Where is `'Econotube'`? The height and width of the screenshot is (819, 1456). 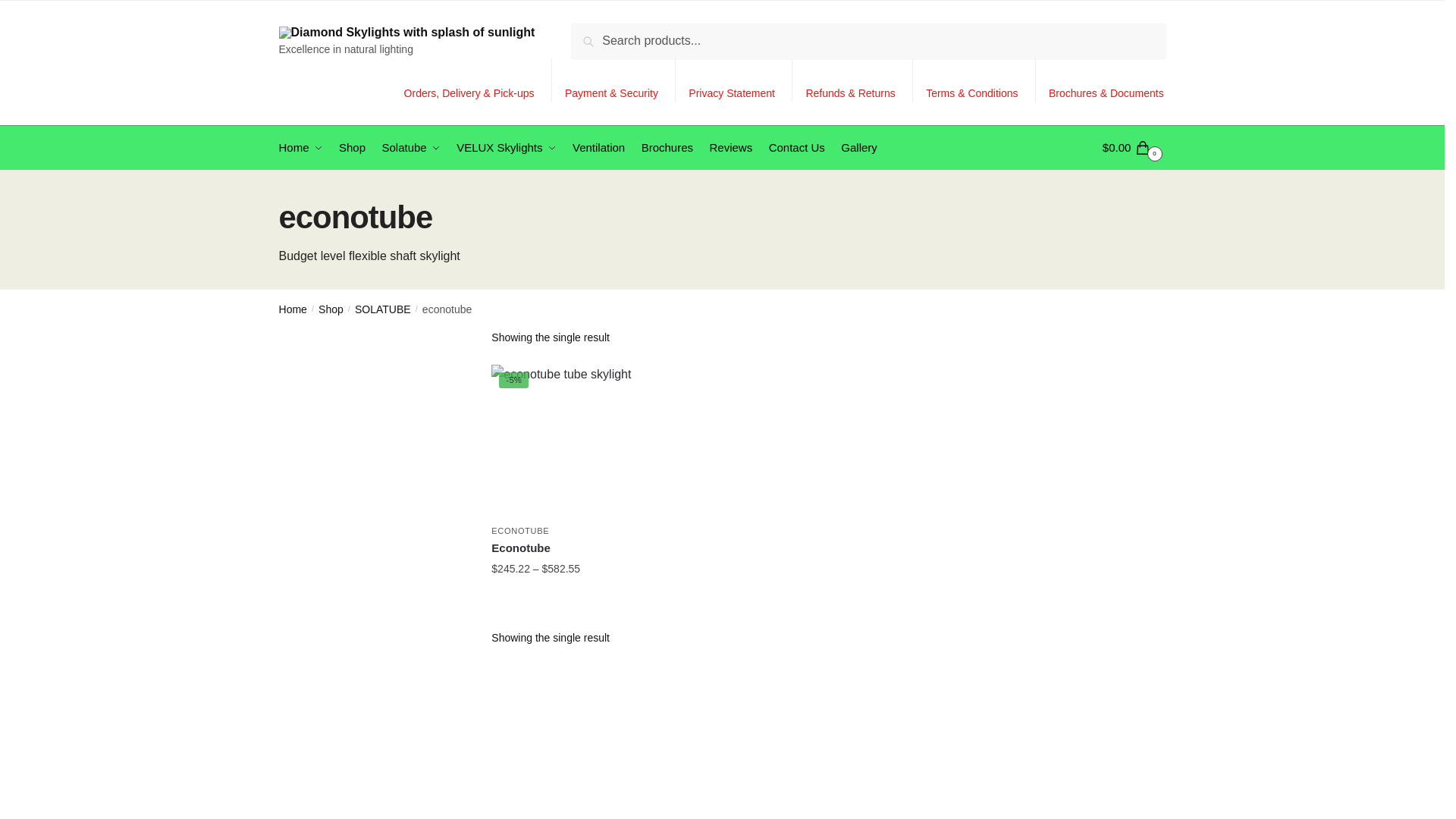
'Econotube' is located at coordinates (566, 548).